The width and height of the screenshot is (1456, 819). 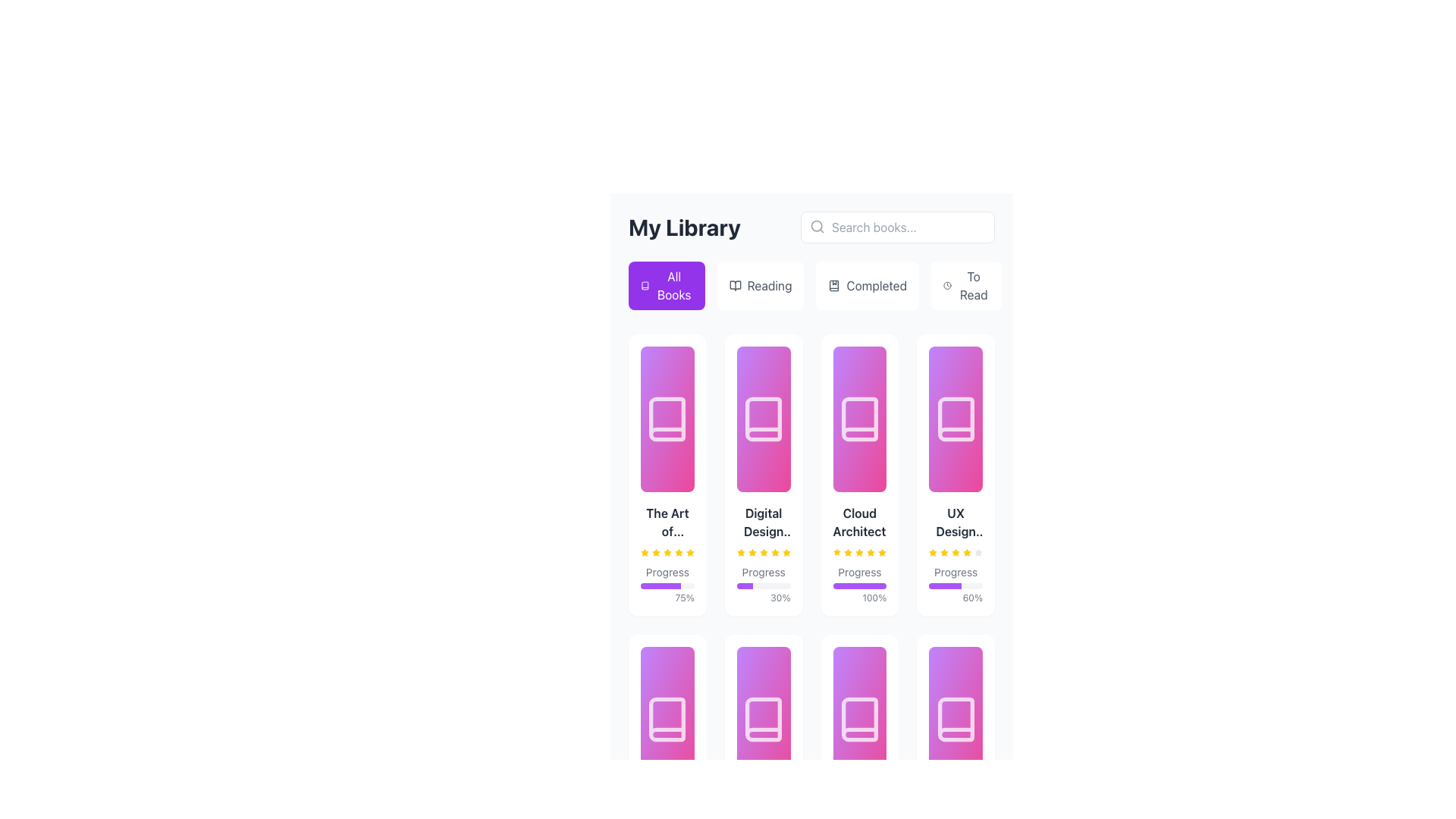 I want to click on the visual card representing the library item titled 'Cloud Architect', which is a vertical card with a gradient background and a white book icon at its center, so click(x=859, y=419).